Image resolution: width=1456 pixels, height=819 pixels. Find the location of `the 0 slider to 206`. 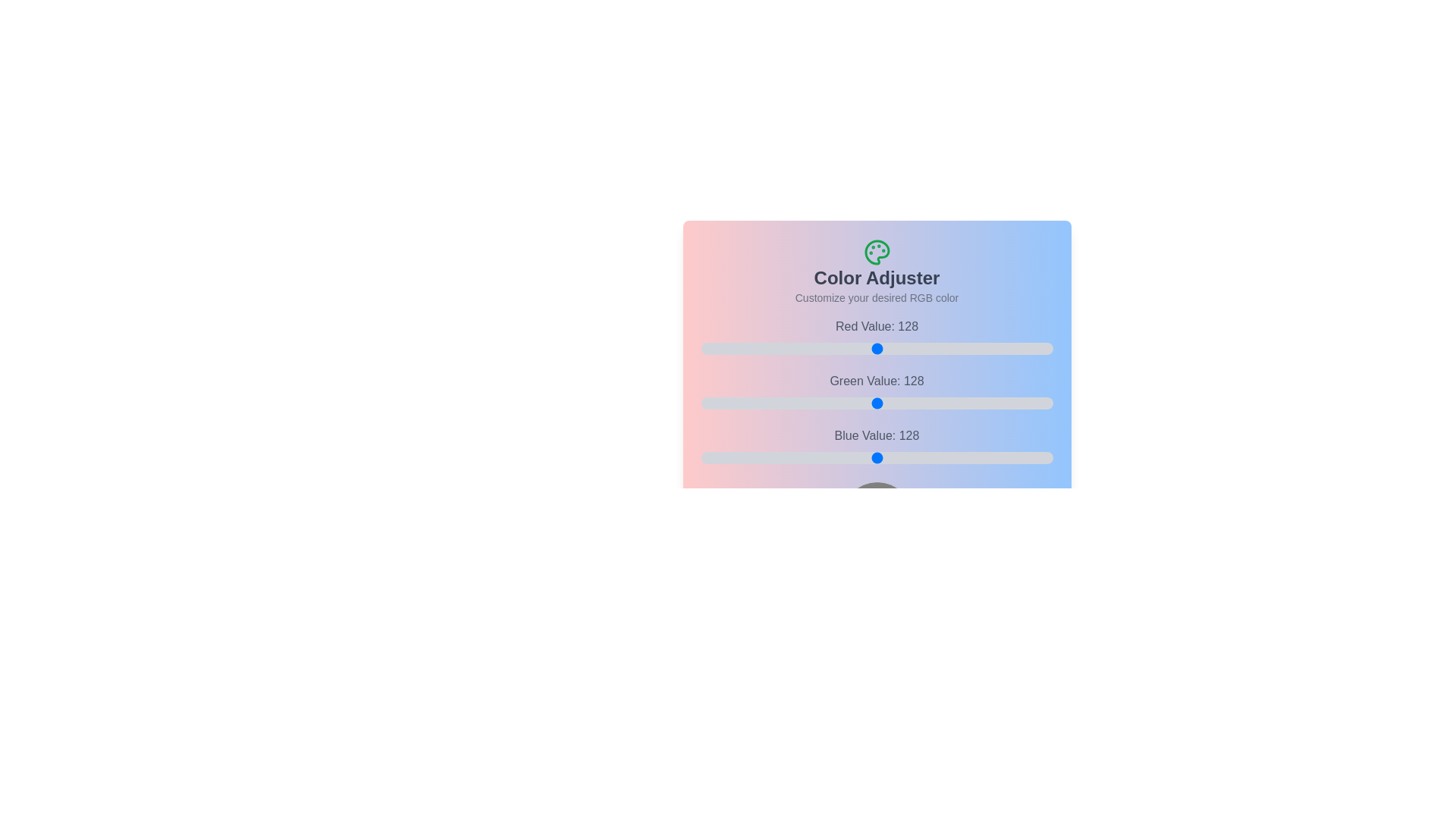

the 0 slider to 206 is located at coordinates (1019, 348).